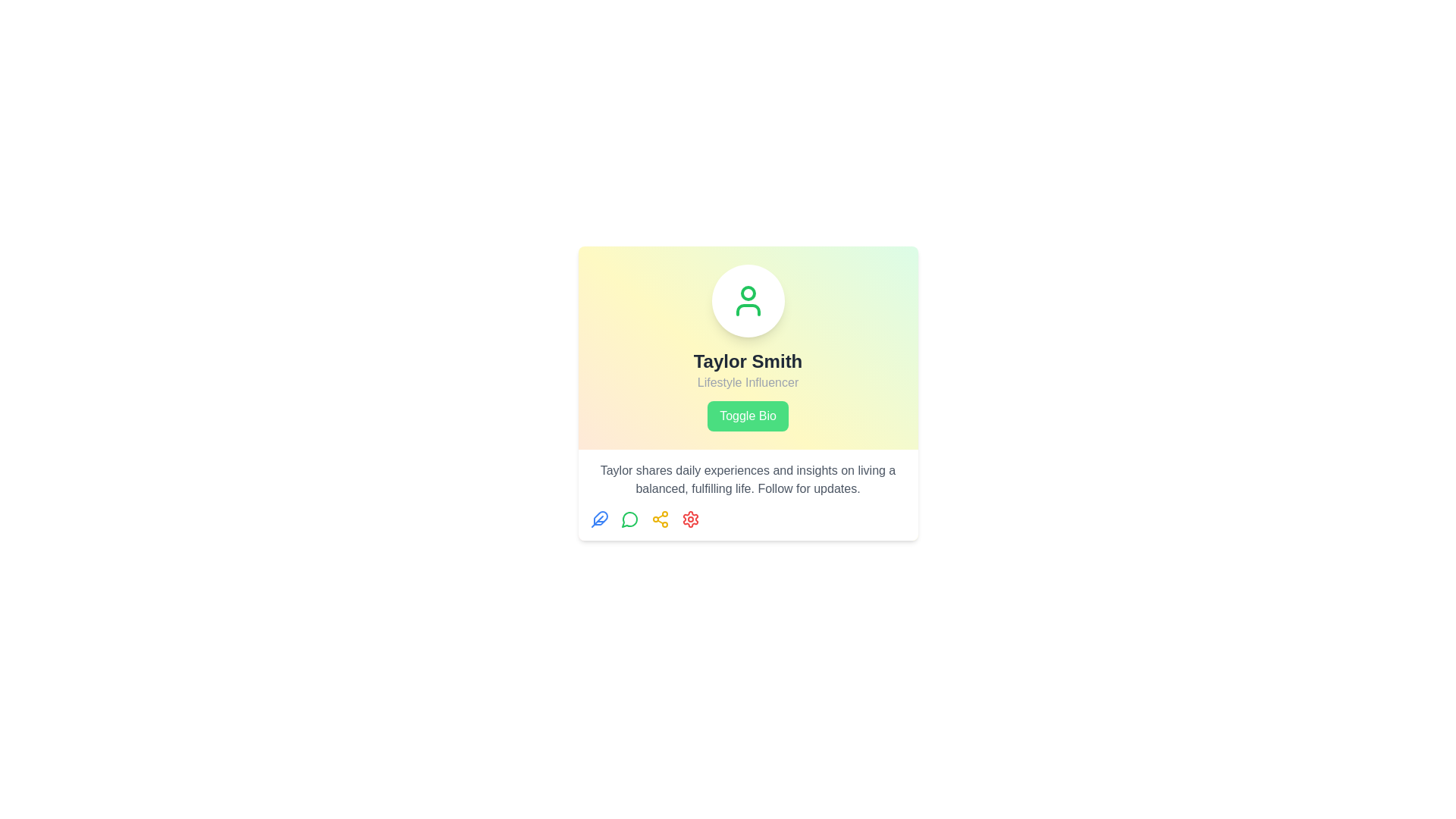 This screenshot has width=1456, height=819. I want to click on the circular SVG element with a green border and white center, which is located above the text 'Taylor Smith' in the avatar component, so click(748, 293).